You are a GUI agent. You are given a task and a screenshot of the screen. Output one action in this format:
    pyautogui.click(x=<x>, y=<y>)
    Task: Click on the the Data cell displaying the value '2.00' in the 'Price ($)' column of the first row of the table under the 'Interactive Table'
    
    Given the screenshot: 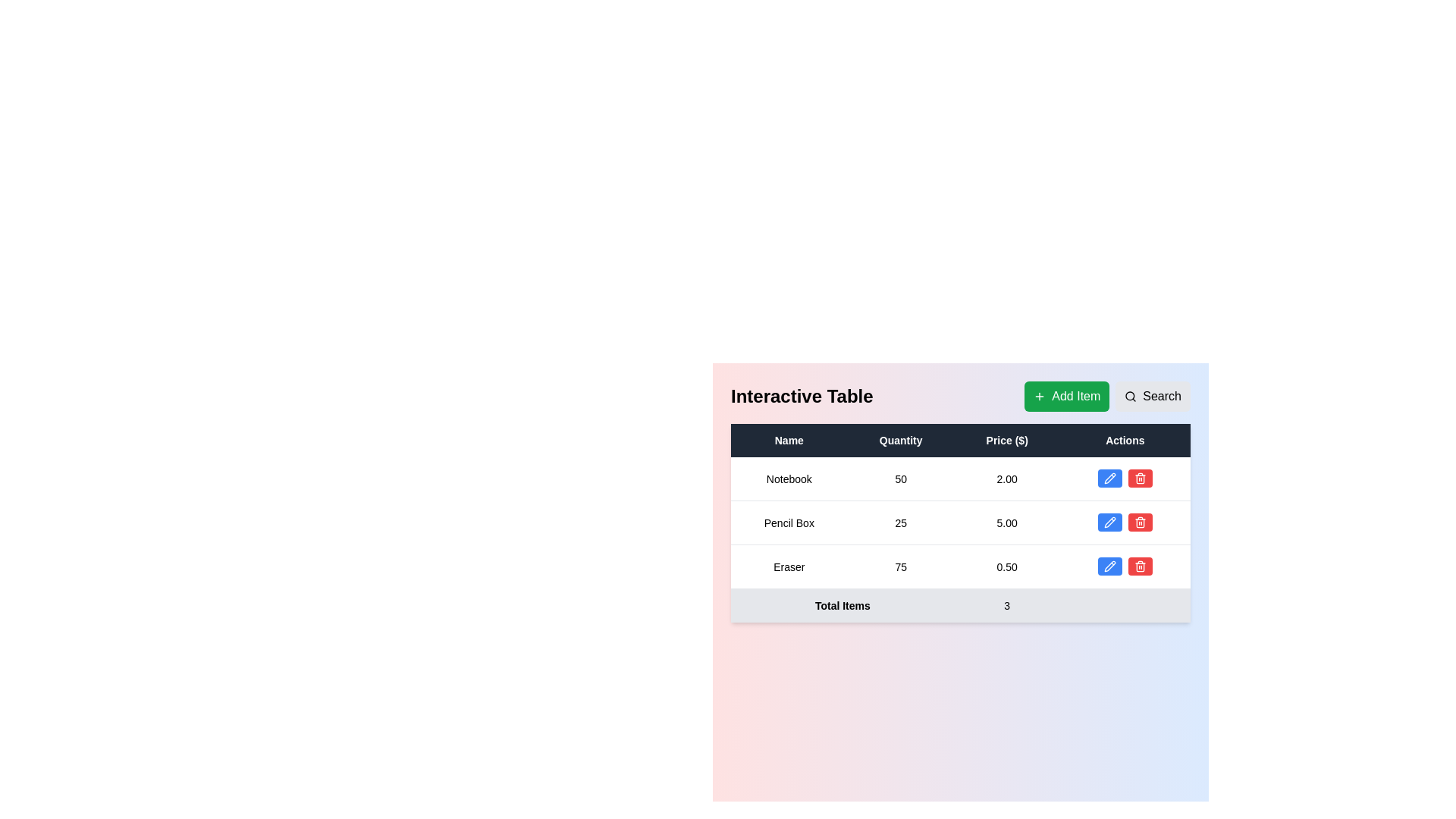 What is the action you would take?
    pyautogui.click(x=1007, y=479)
    